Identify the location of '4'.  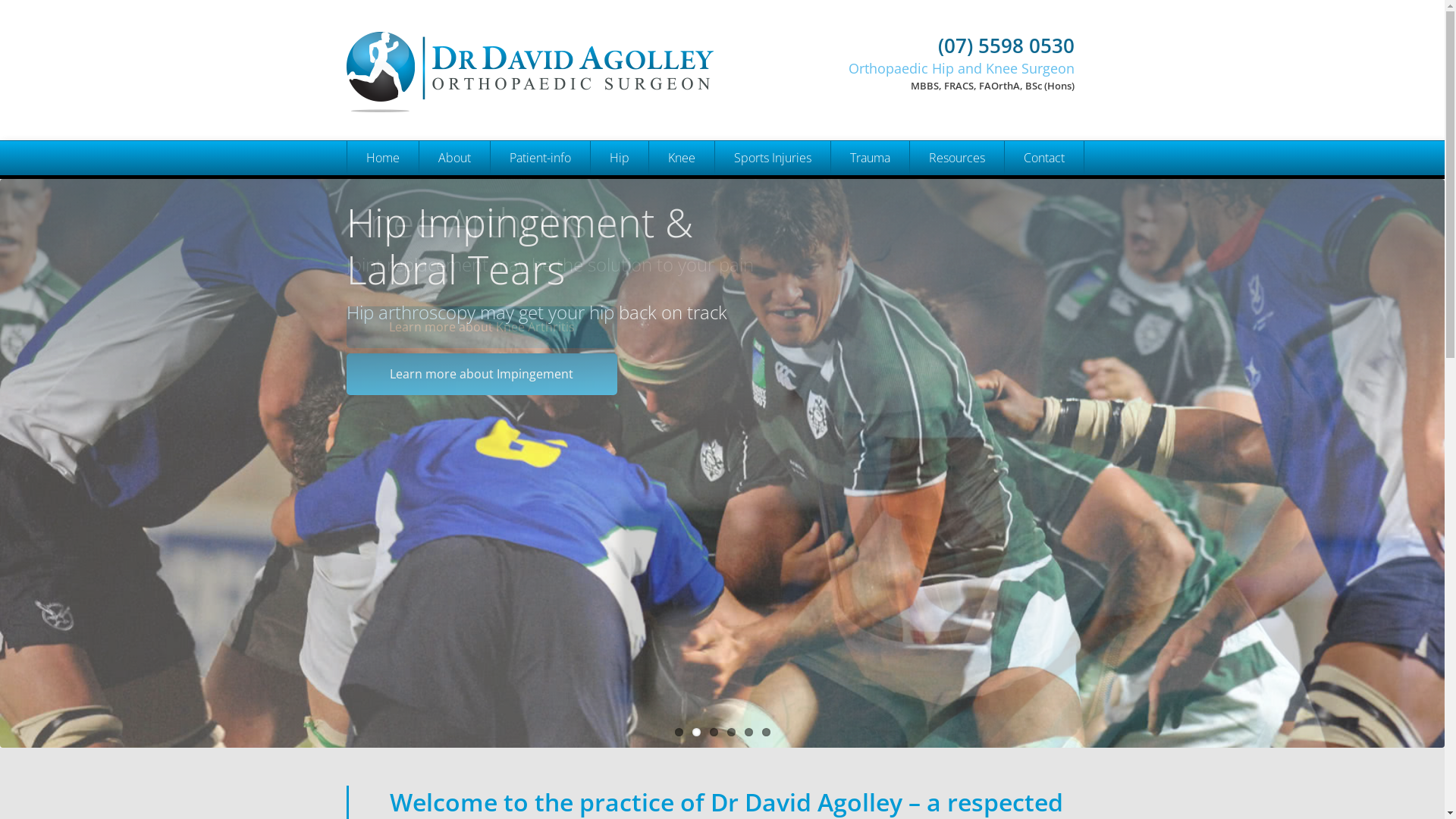
(730, 731).